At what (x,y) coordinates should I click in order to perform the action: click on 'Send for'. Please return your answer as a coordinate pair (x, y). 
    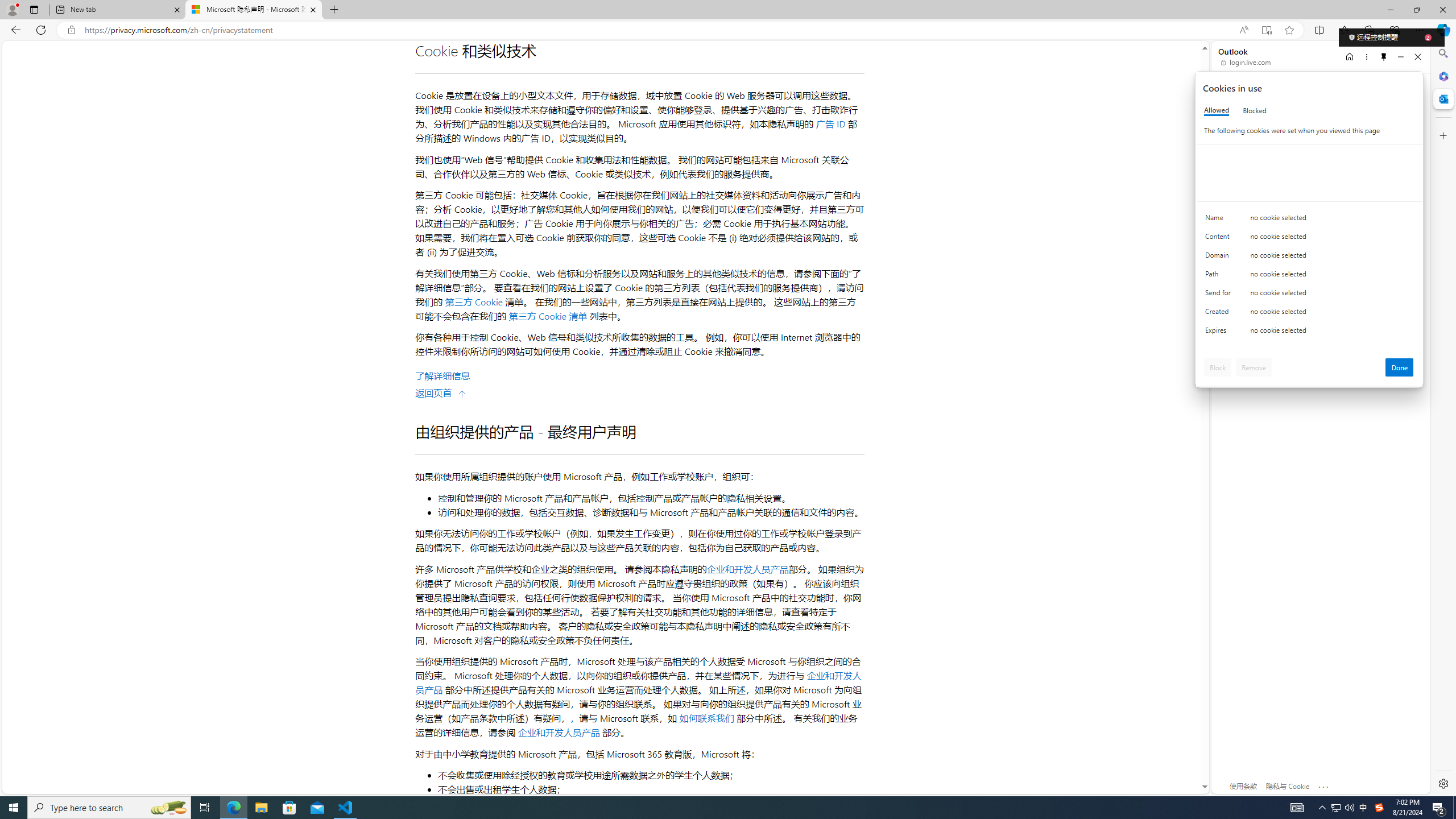
    Looking at the image, I should click on (1219, 295).